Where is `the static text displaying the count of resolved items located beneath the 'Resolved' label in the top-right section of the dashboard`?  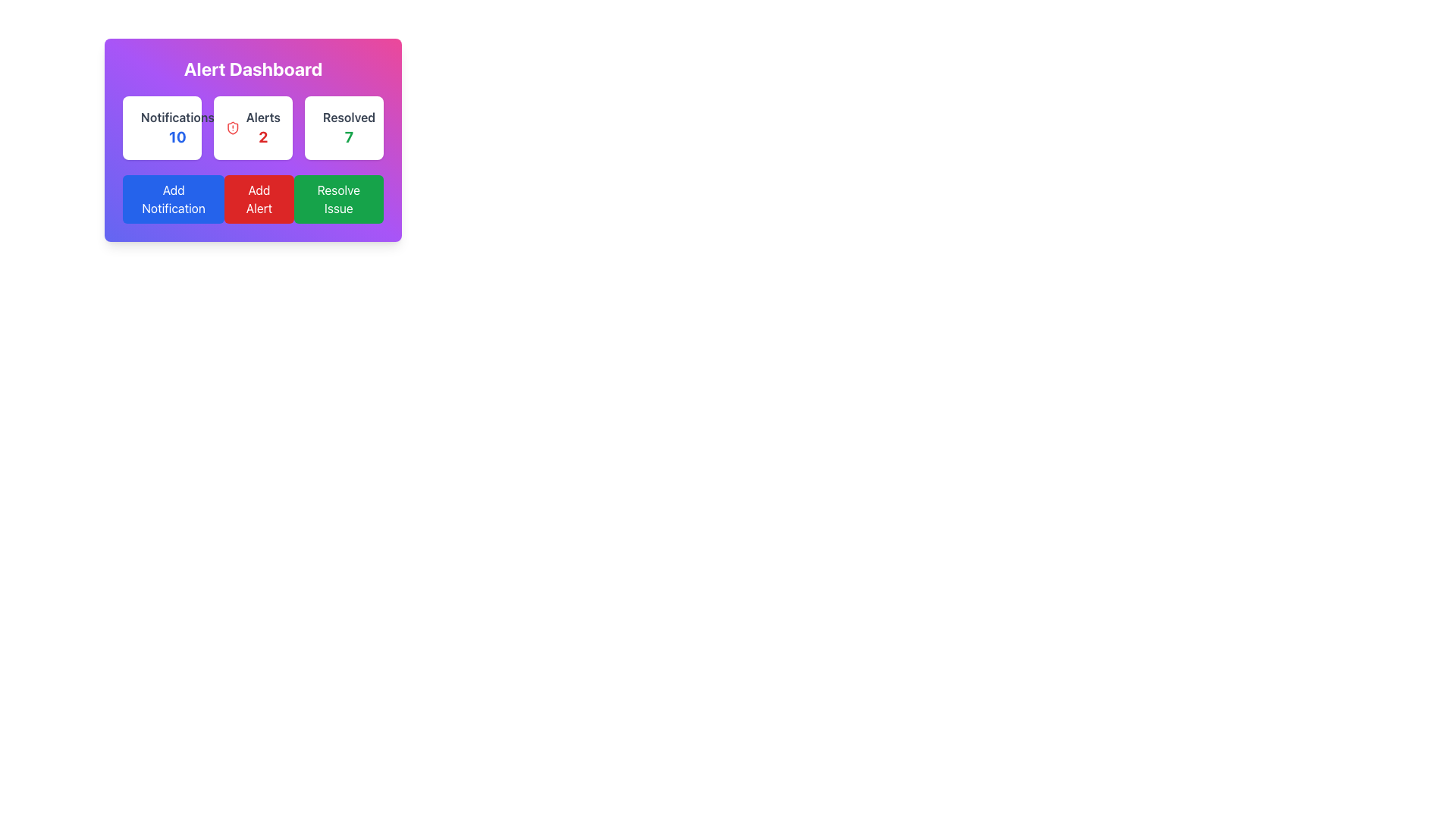 the static text displaying the count of resolved items located beneath the 'Resolved' label in the top-right section of the dashboard is located at coordinates (348, 137).